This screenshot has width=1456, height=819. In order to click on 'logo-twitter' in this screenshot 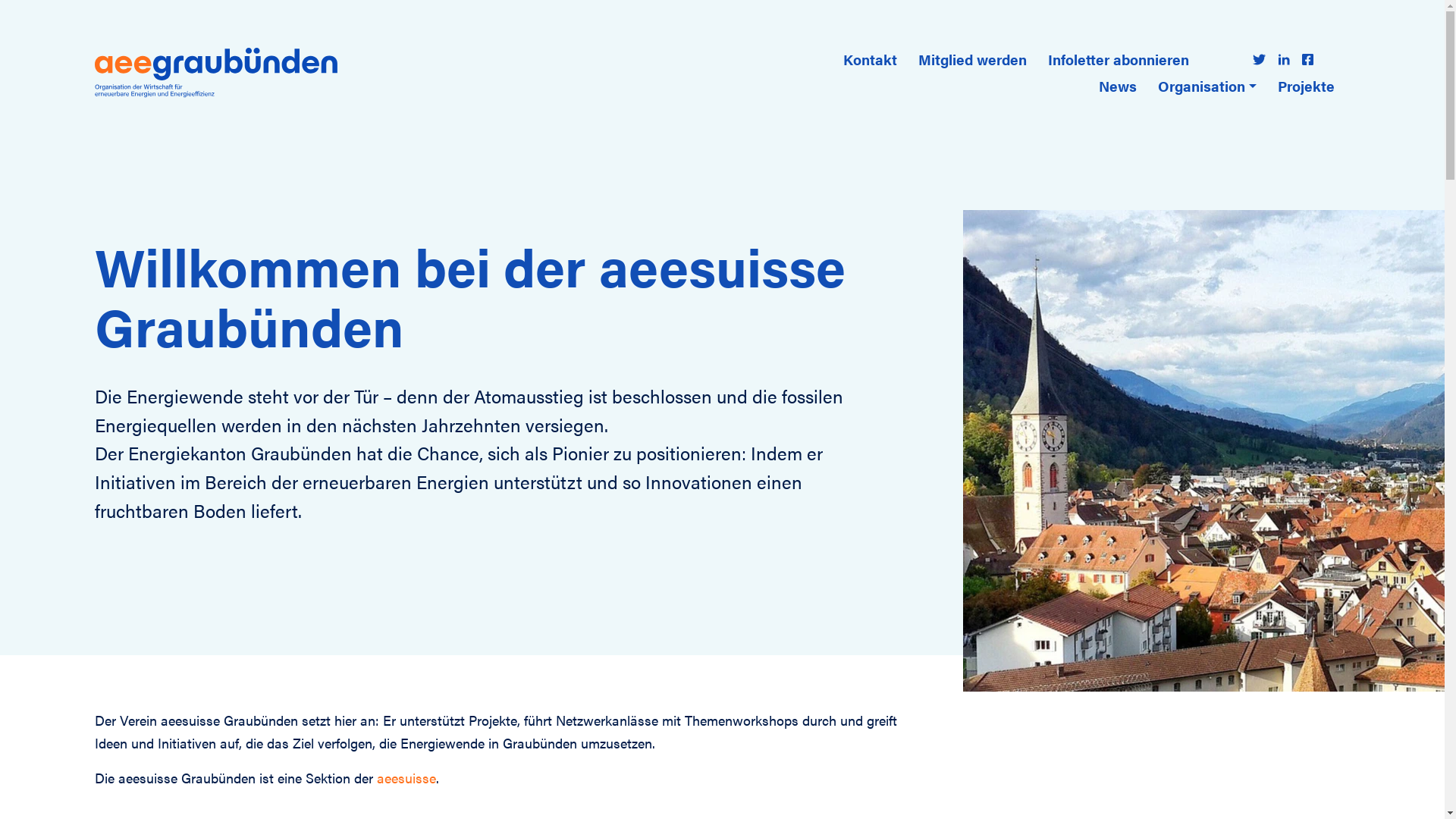, I will do `click(1259, 58)`.